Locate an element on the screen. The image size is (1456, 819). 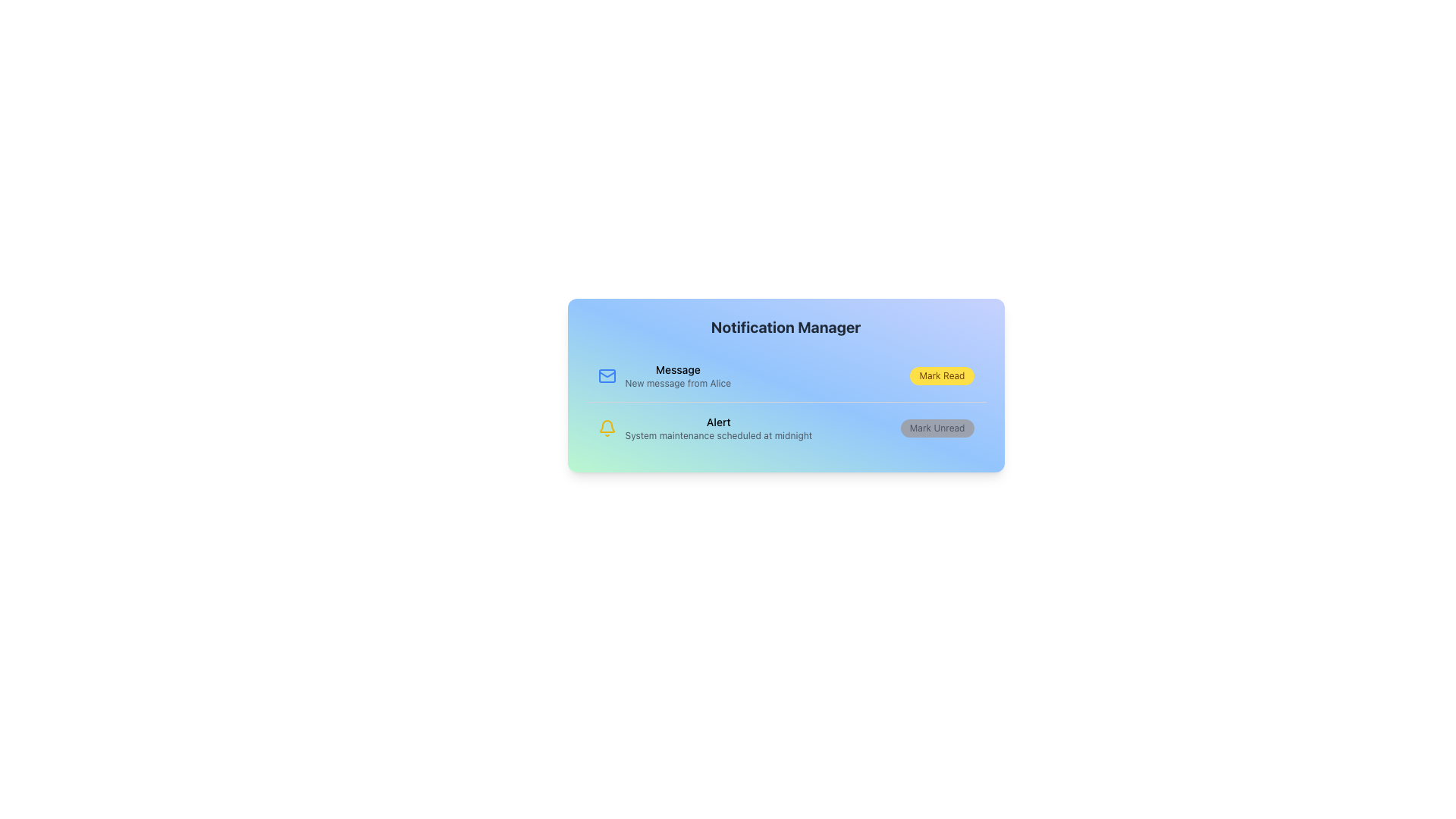
the notification item alerting the user about a new message from Alice is located at coordinates (677, 375).